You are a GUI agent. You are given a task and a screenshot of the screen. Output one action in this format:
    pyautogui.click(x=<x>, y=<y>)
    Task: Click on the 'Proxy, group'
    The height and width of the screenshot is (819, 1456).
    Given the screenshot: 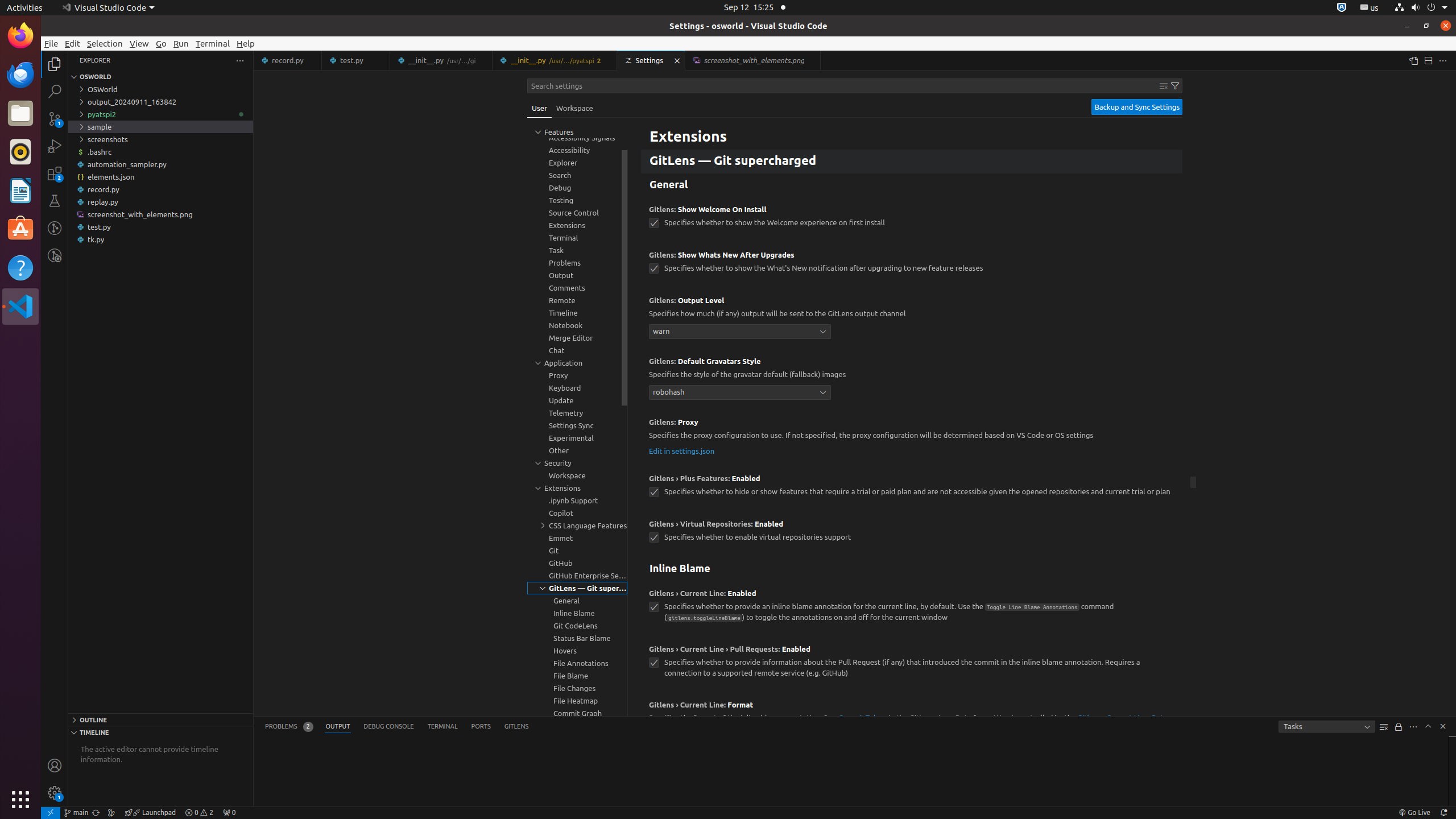 What is the action you would take?
    pyautogui.click(x=577, y=374)
    